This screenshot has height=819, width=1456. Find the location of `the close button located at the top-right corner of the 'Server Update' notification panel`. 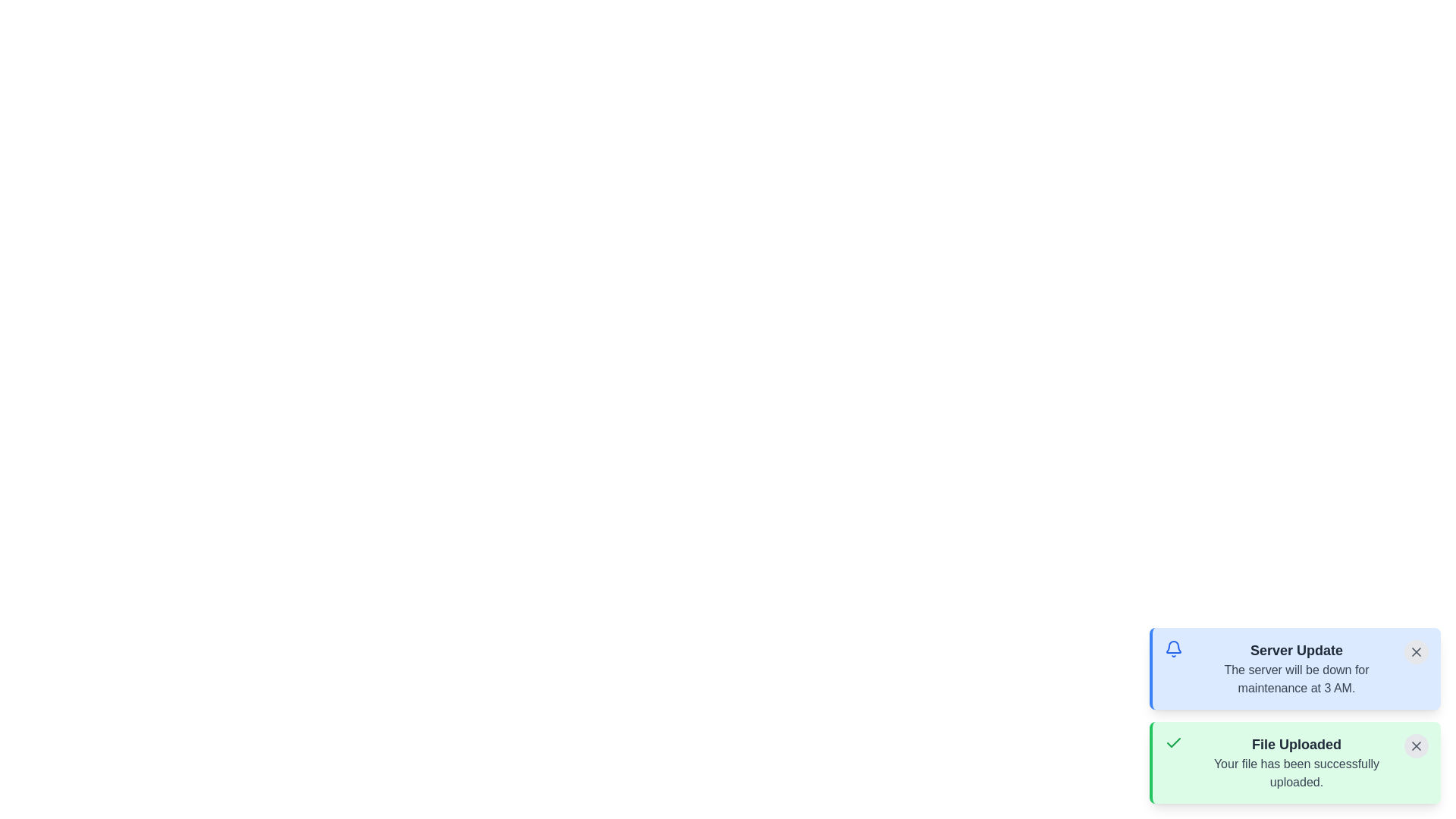

the close button located at the top-right corner of the 'Server Update' notification panel is located at coordinates (1415, 651).